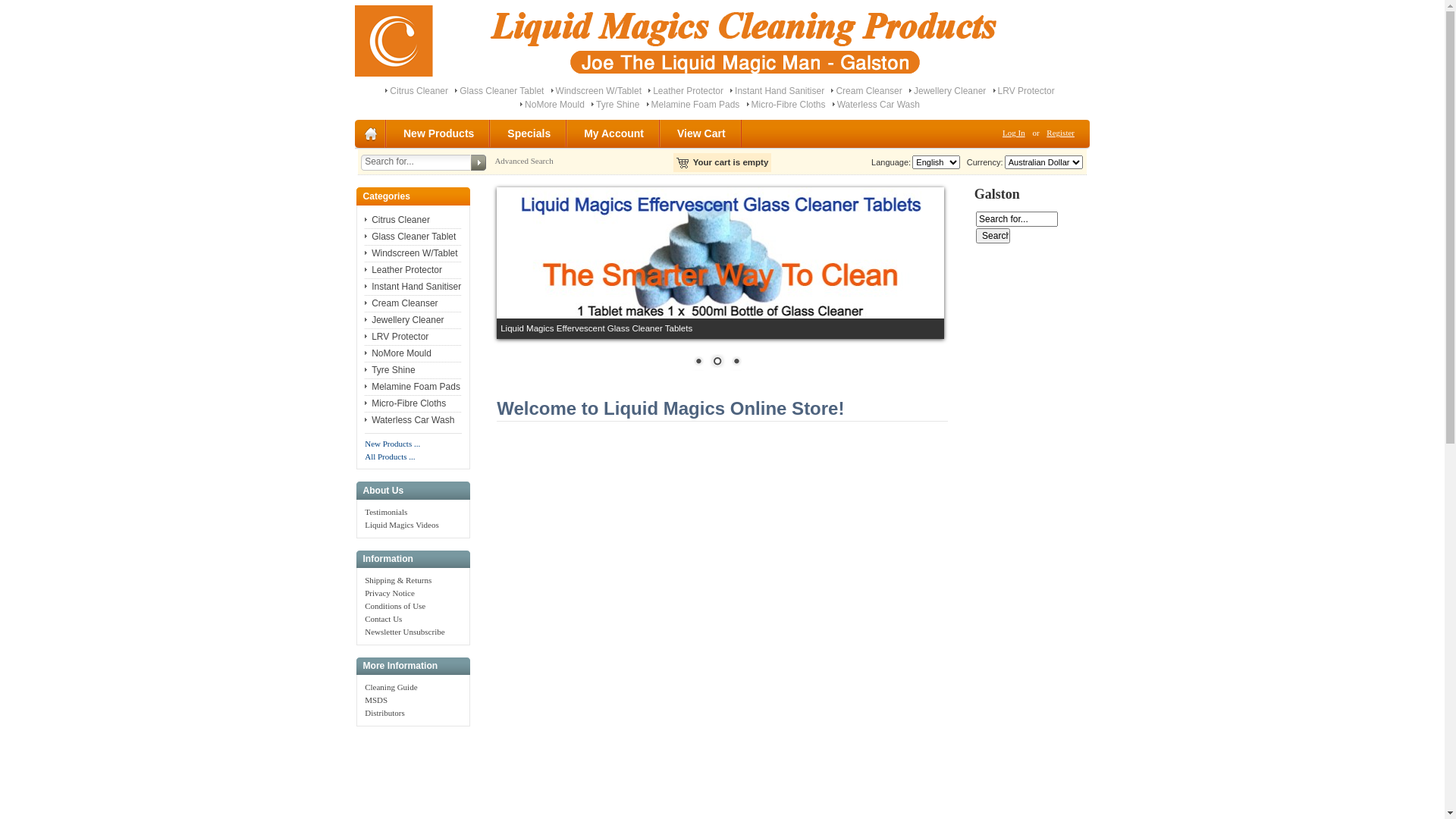 The width and height of the screenshot is (1456, 819). What do you see at coordinates (698, 362) in the screenshot?
I see `'1'` at bounding box center [698, 362].